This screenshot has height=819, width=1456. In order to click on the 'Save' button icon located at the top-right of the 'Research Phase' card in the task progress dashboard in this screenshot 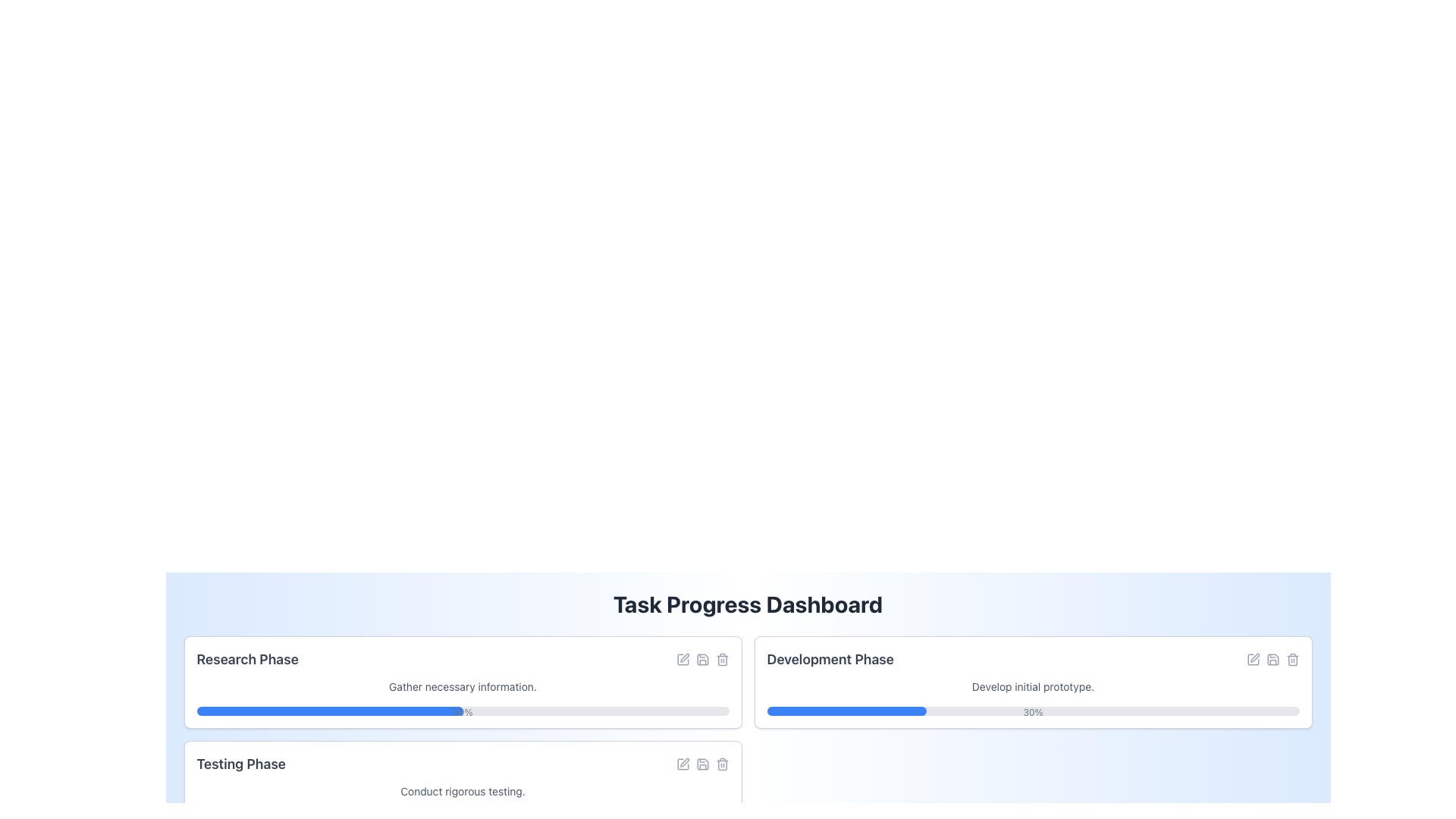, I will do `click(701, 659)`.